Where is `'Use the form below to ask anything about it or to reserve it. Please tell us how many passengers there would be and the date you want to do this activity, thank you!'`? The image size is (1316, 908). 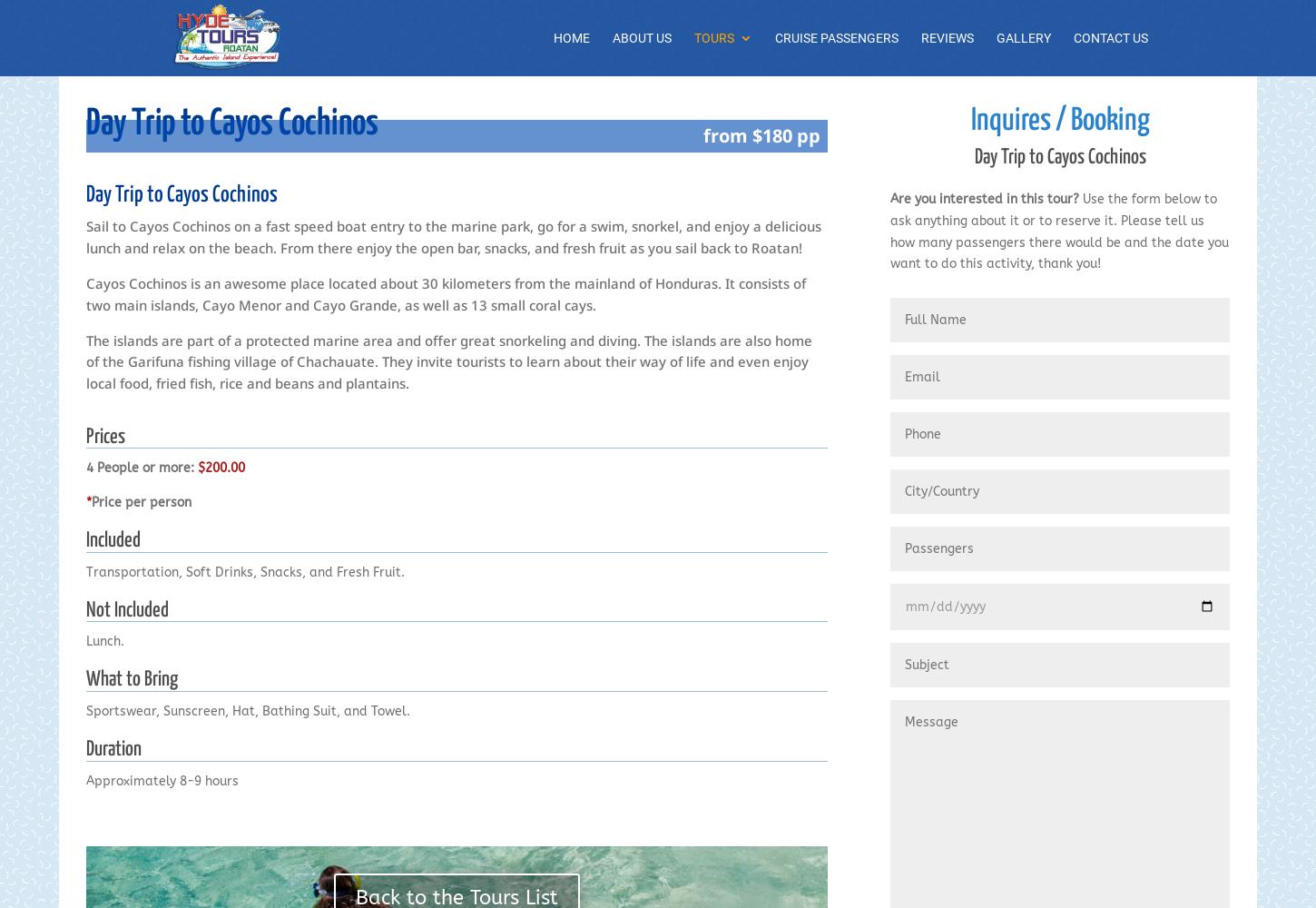 'Use the form below to ask anything about it or to reserve it. Please tell us how many passengers there would be and the date you want to do this activity, thank you!' is located at coordinates (1058, 232).